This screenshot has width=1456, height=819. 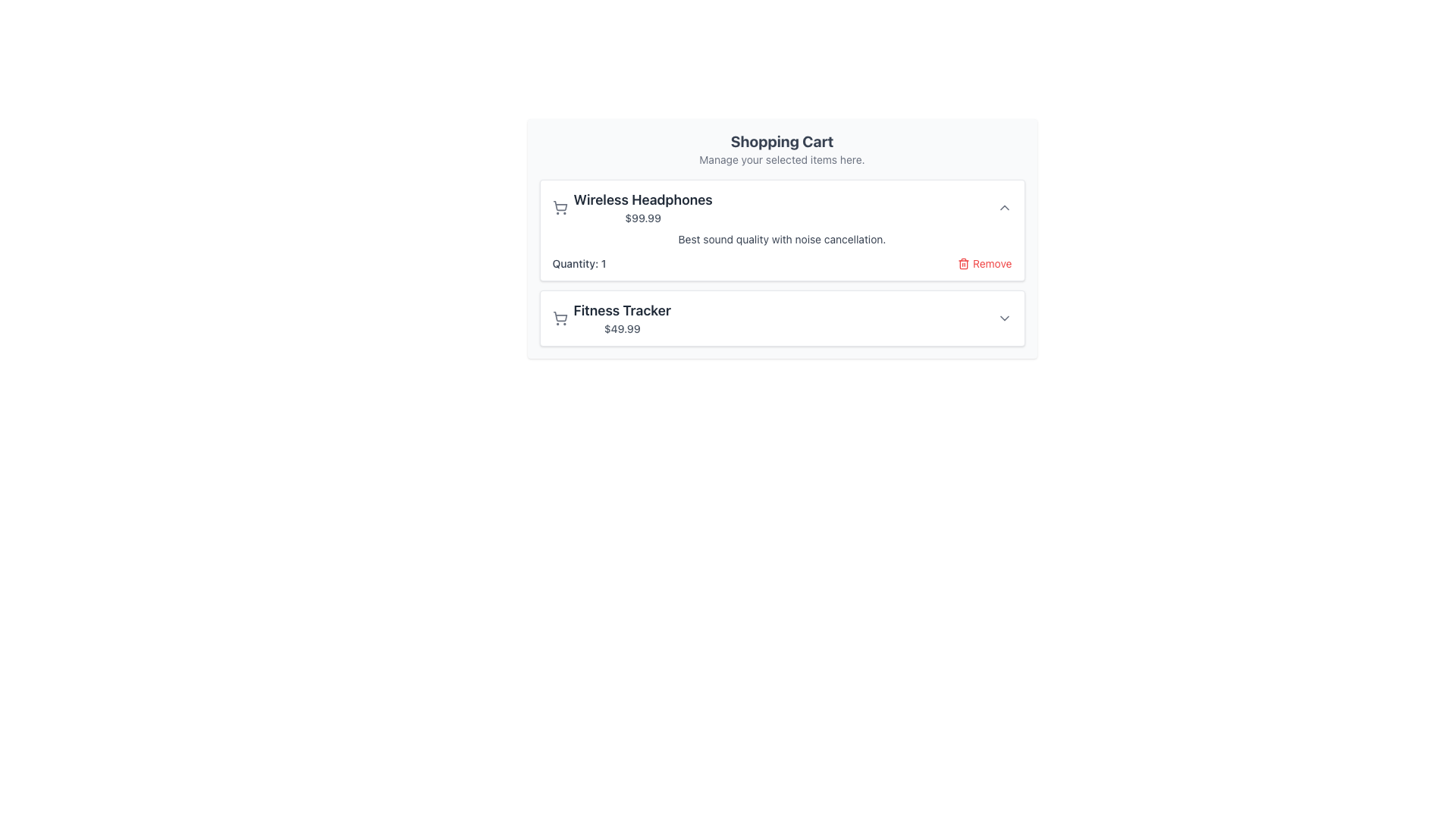 I want to click on the dropdown arrow on the second item card in the shopping cart, so click(x=782, y=318).